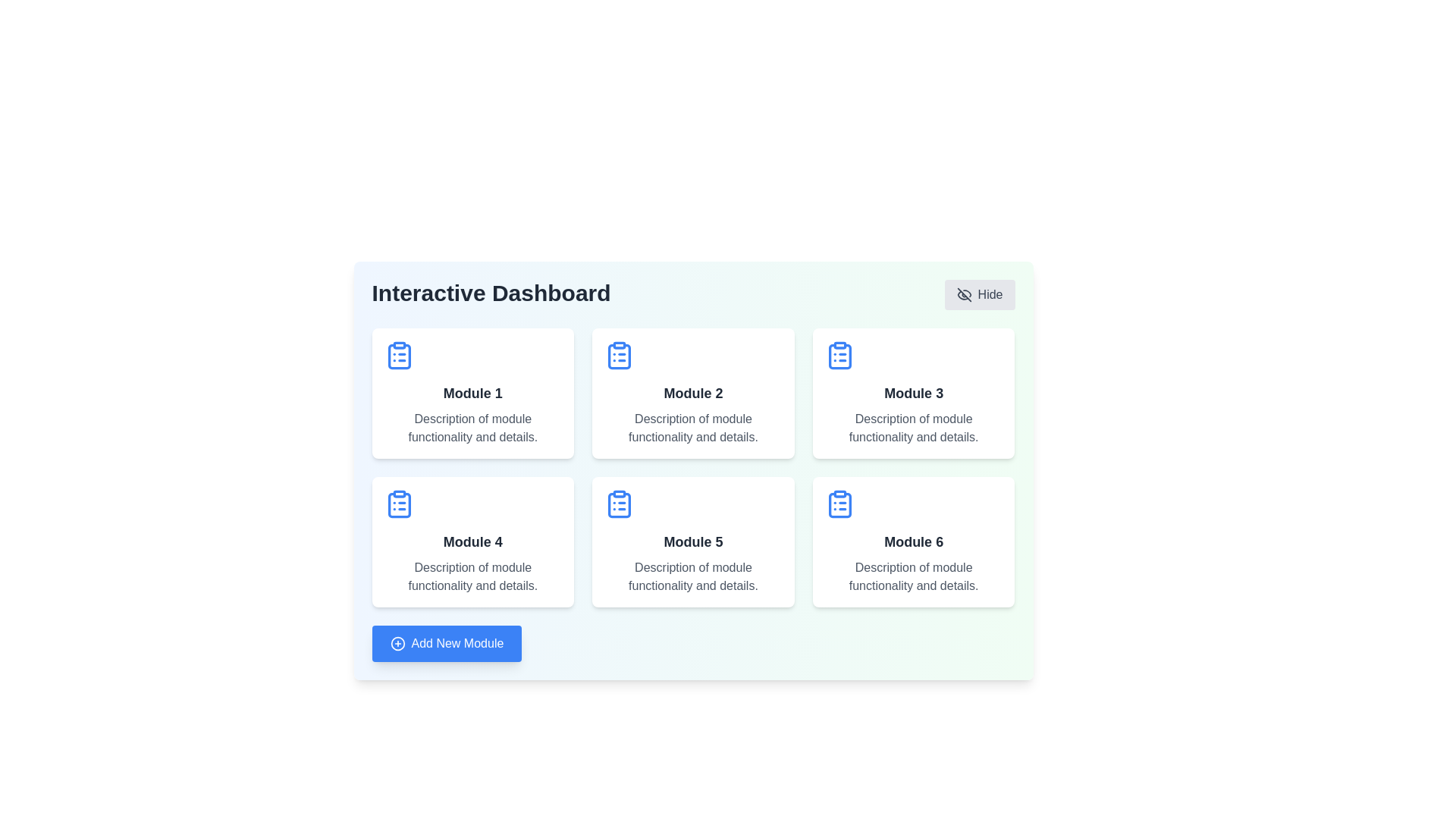  What do you see at coordinates (963, 295) in the screenshot?
I see `the graphical icon in the top-right corner of the 'Interactive Dashboard' section` at bounding box center [963, 295].